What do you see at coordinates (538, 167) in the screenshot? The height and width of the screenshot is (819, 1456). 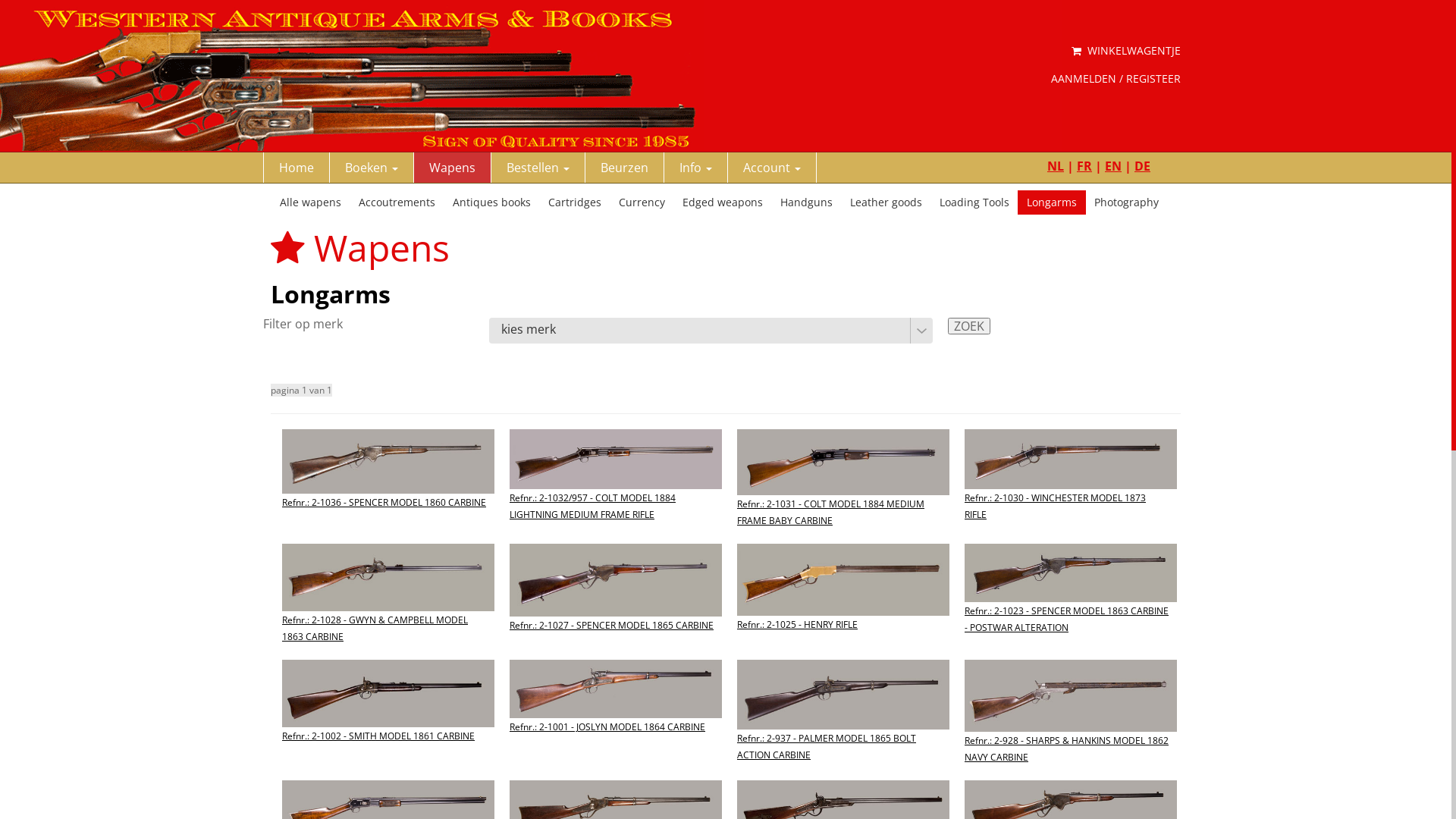 I see `'Bestellen'` at bounding box center [538, 167].